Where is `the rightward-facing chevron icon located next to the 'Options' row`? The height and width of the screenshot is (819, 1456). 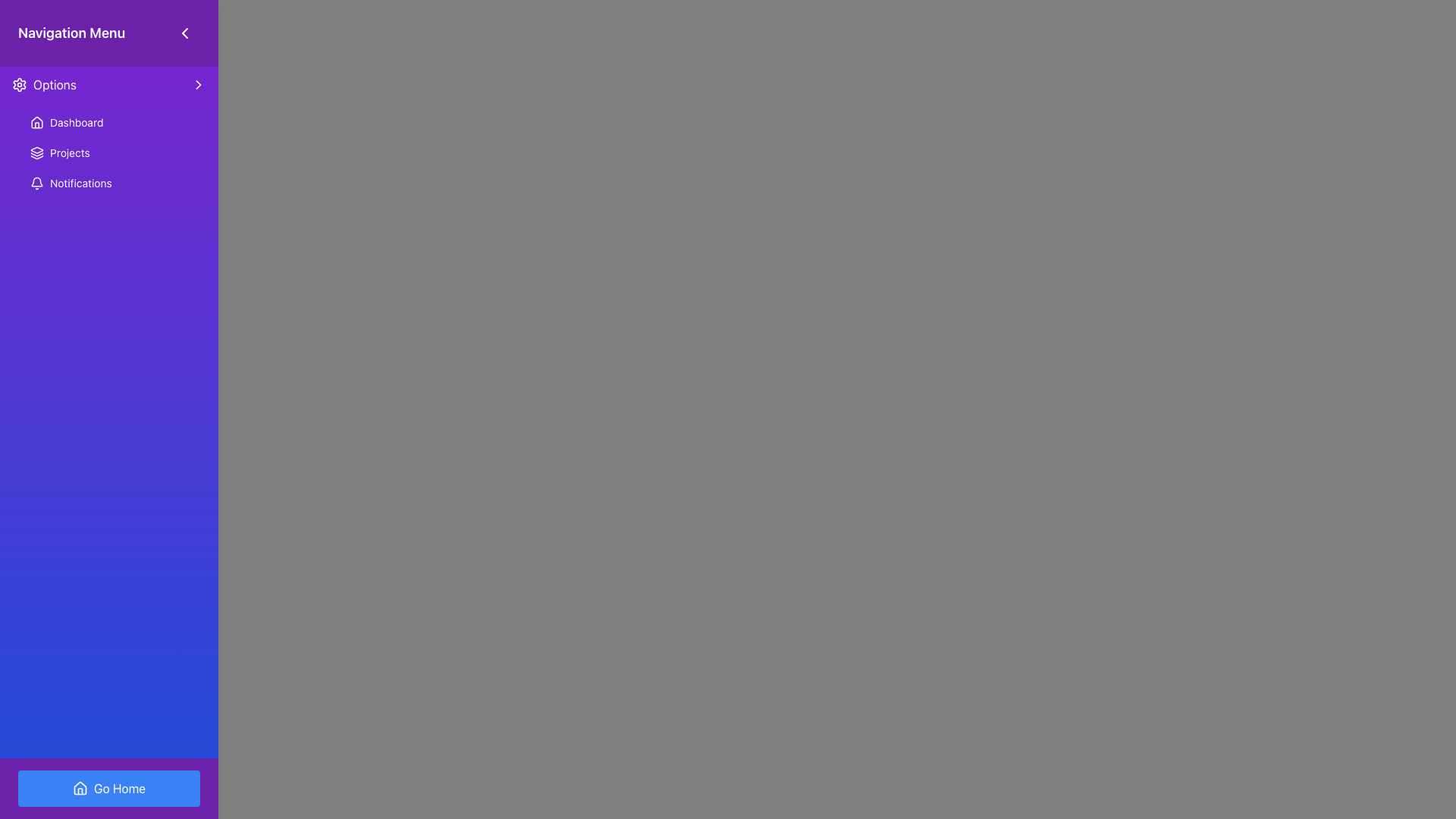 the rightward-facing chevron icon located next to the 'Options' row is located at coordinates (198, 84).